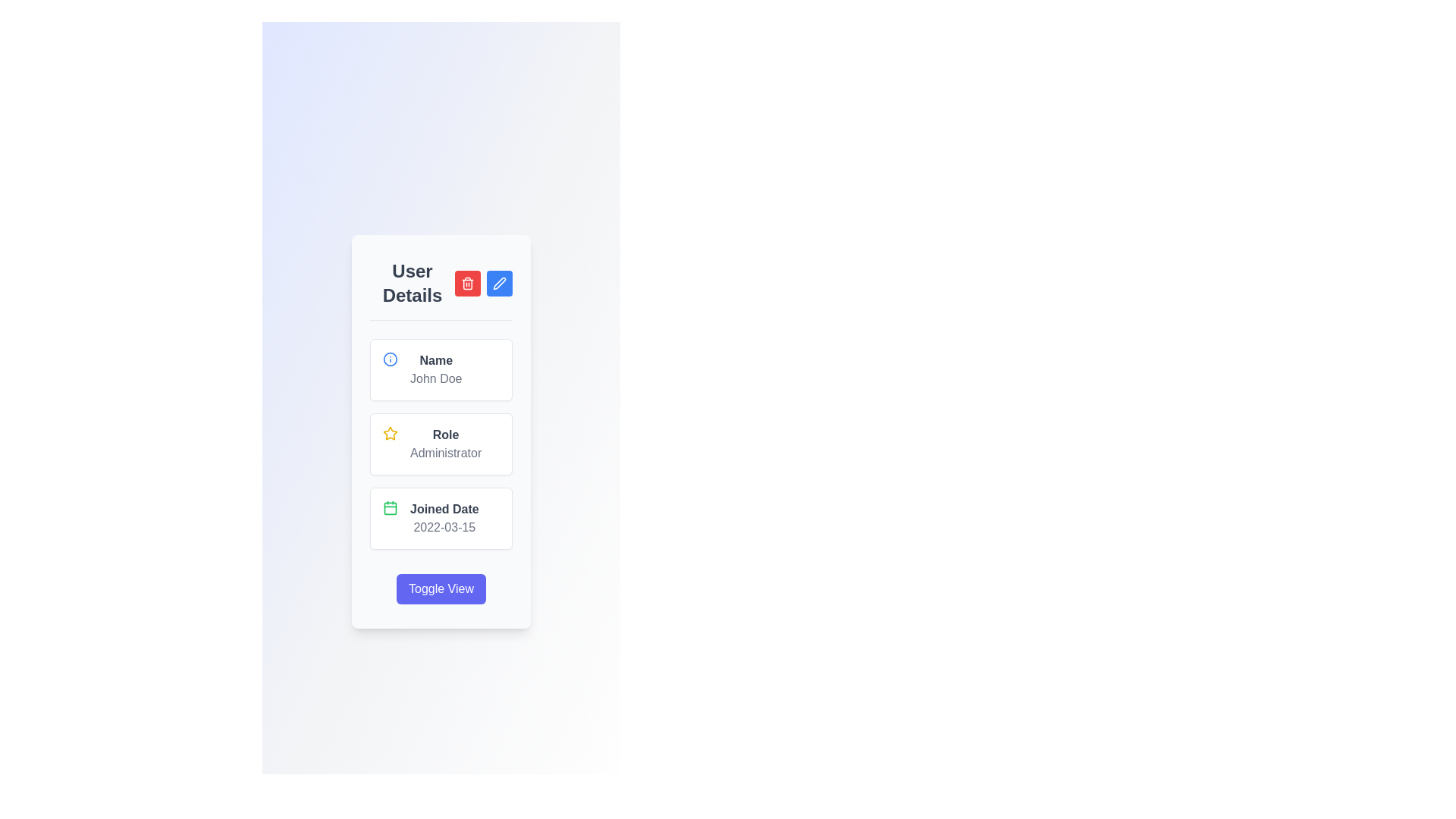  Describe the element at coordinates (499, 283) in the screenshot. I see `the edit icon within the blue button located to the far right of the 'User Details' card header section` at that location.